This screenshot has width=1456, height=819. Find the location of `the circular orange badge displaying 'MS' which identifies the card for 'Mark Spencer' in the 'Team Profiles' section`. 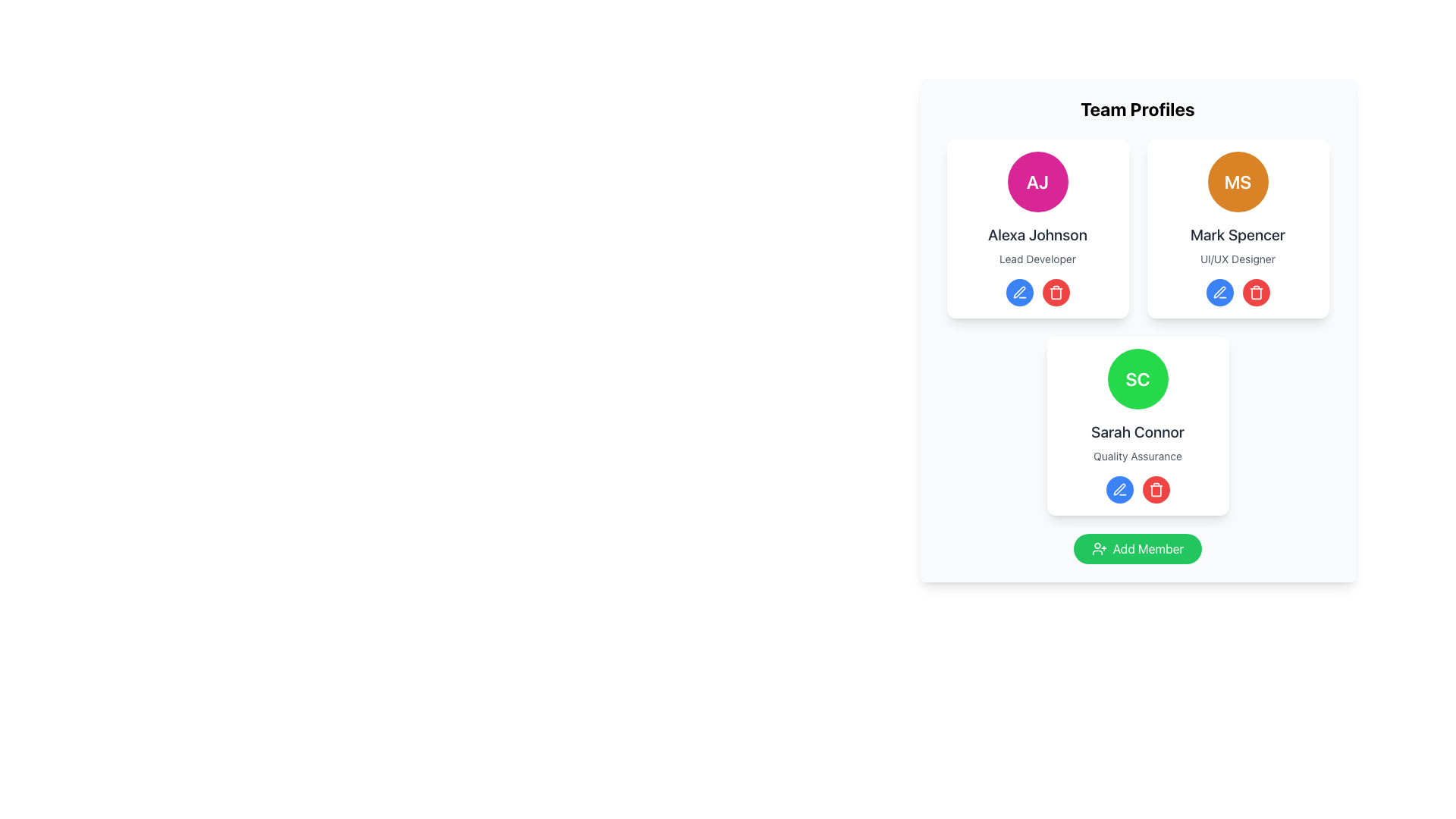

the circular orange badge displaying 'MS' which identifies the card for 'Mark Spencer' in the 'Team Profiles' section is located at coordinates (1238, 180).